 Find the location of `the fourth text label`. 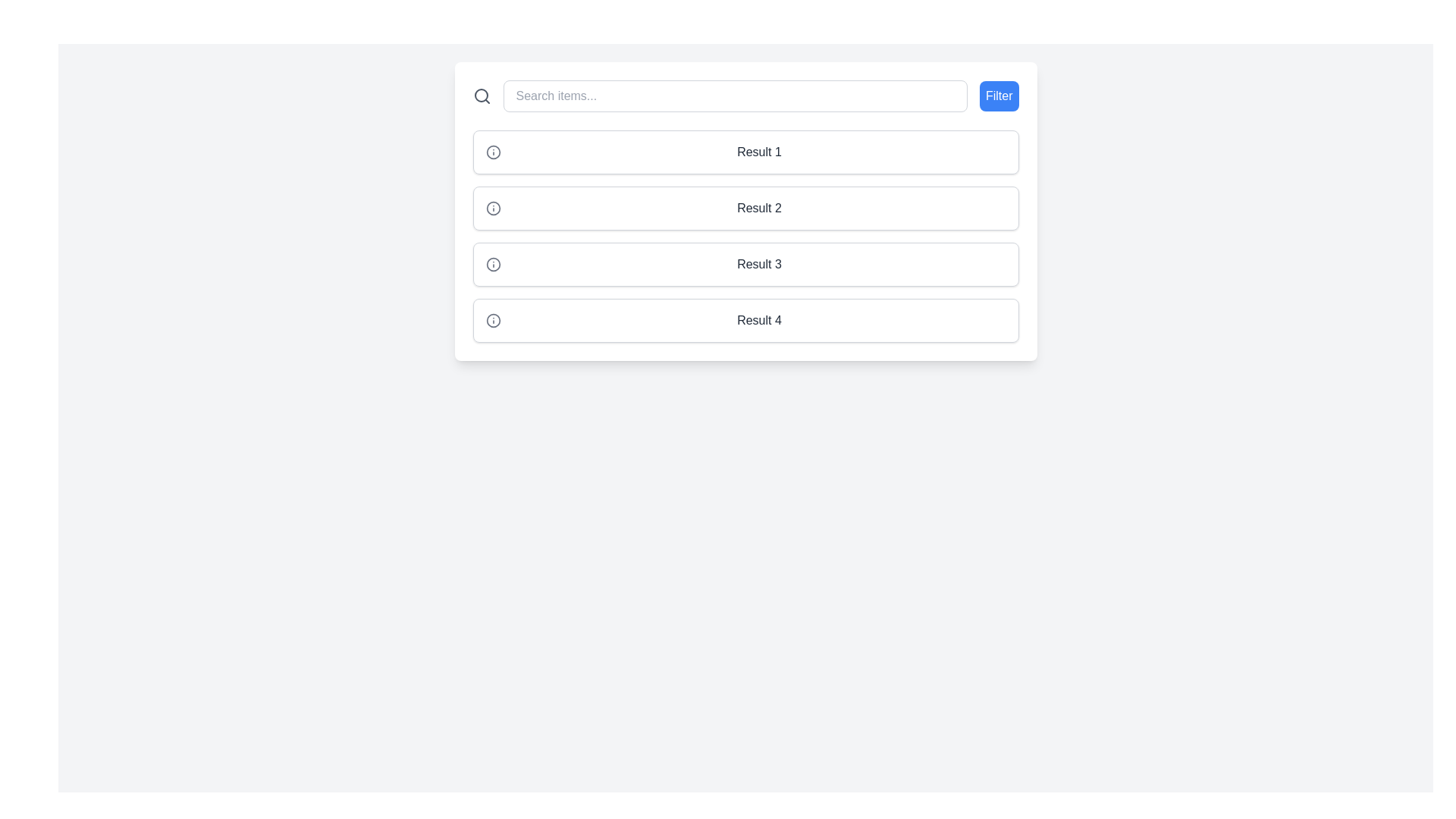

the fourth text label is located at coordinates (759, 320).